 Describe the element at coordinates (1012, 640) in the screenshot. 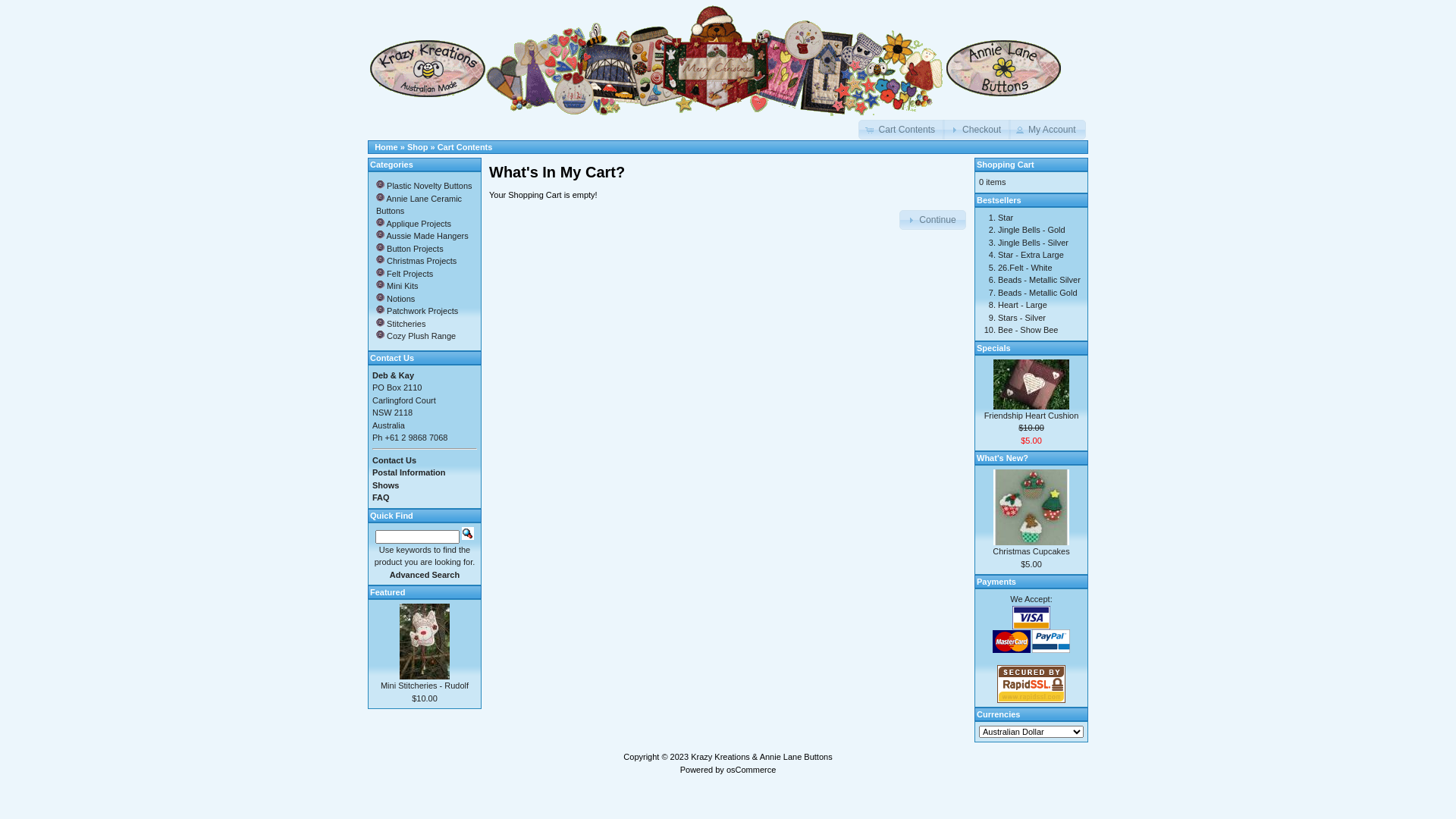

I see `'MasterCard'` at that location.